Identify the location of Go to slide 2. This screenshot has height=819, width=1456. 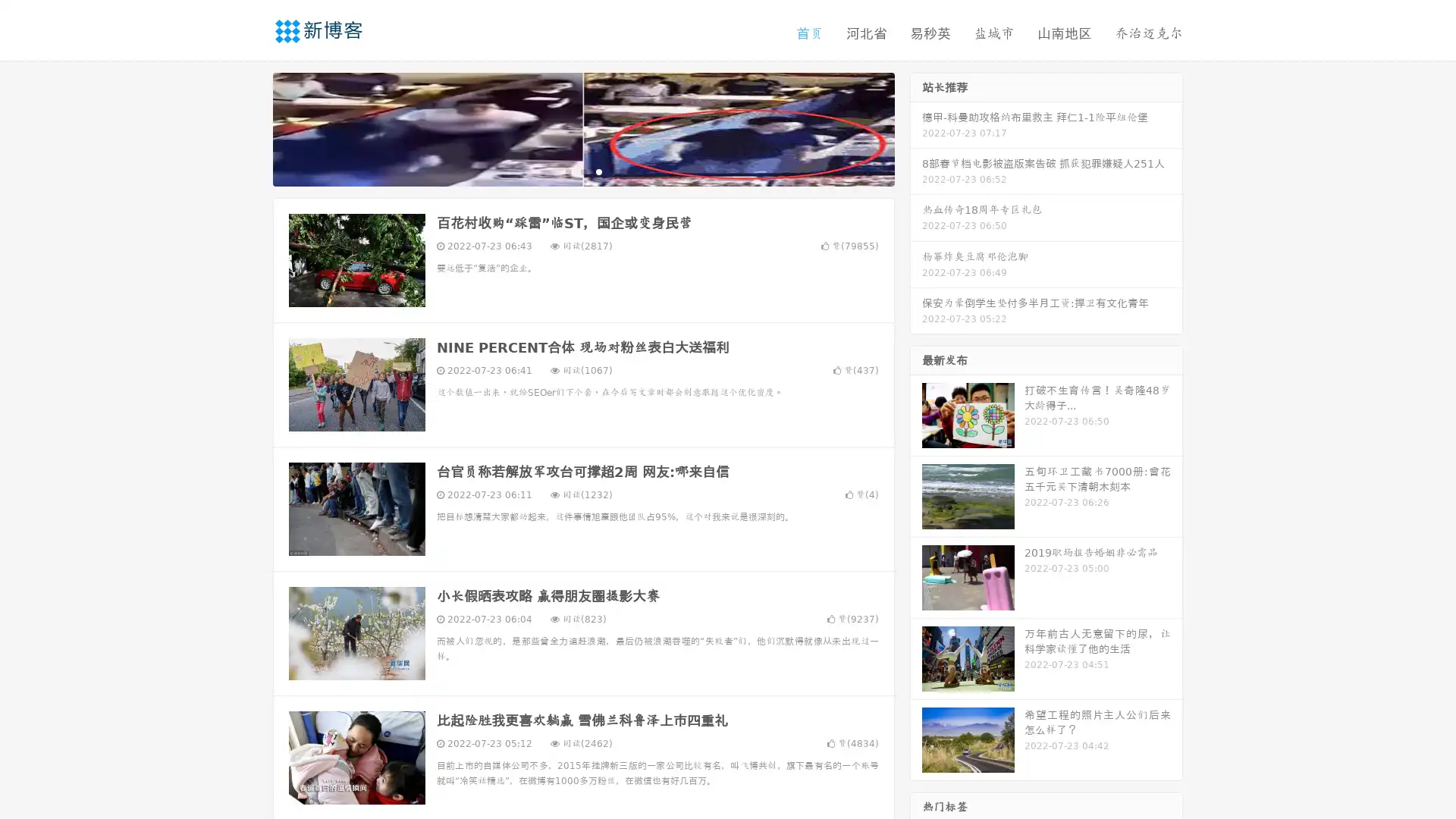
(582, 171).